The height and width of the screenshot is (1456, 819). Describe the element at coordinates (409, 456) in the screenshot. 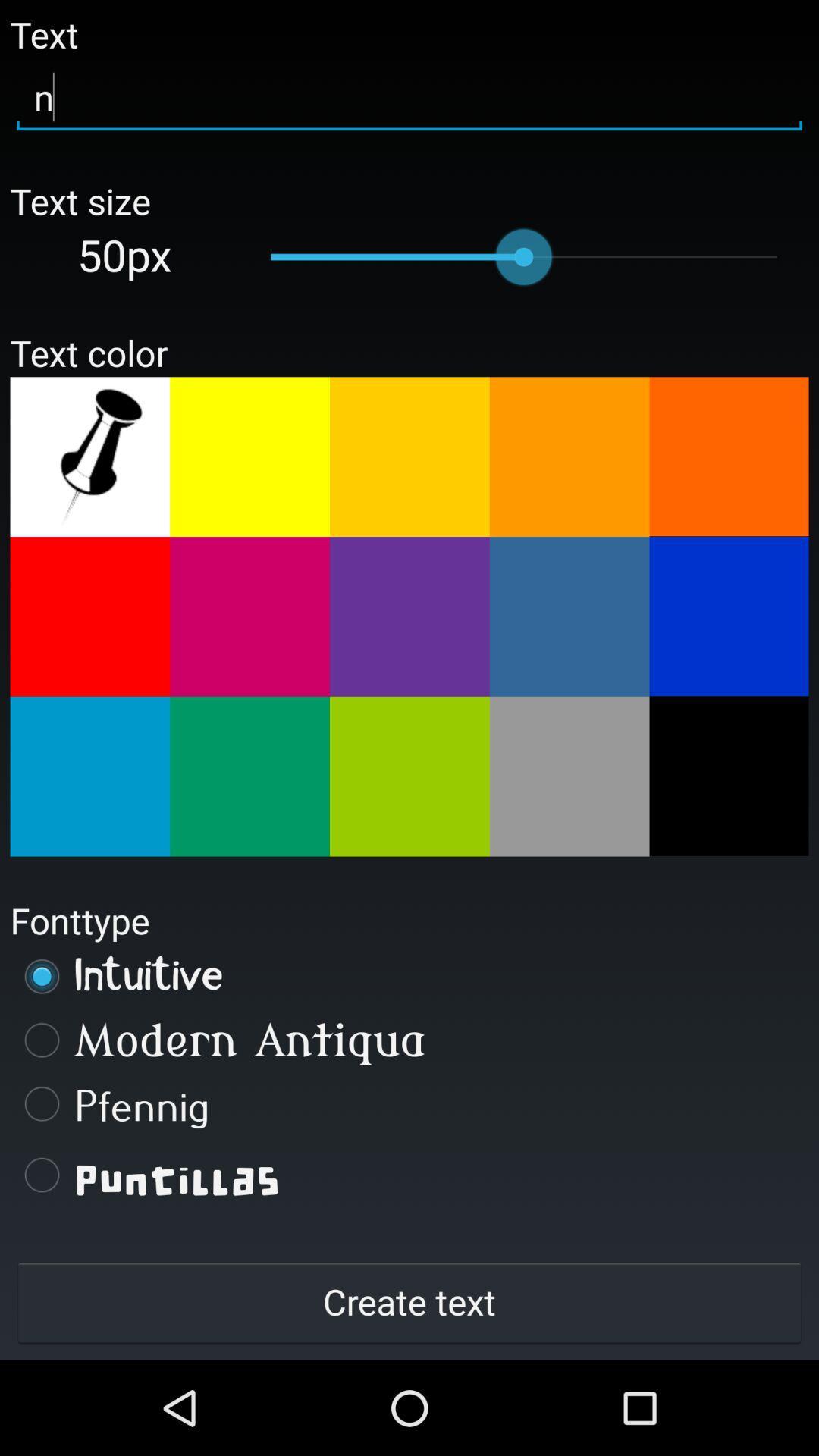

I see `orange` at that location.